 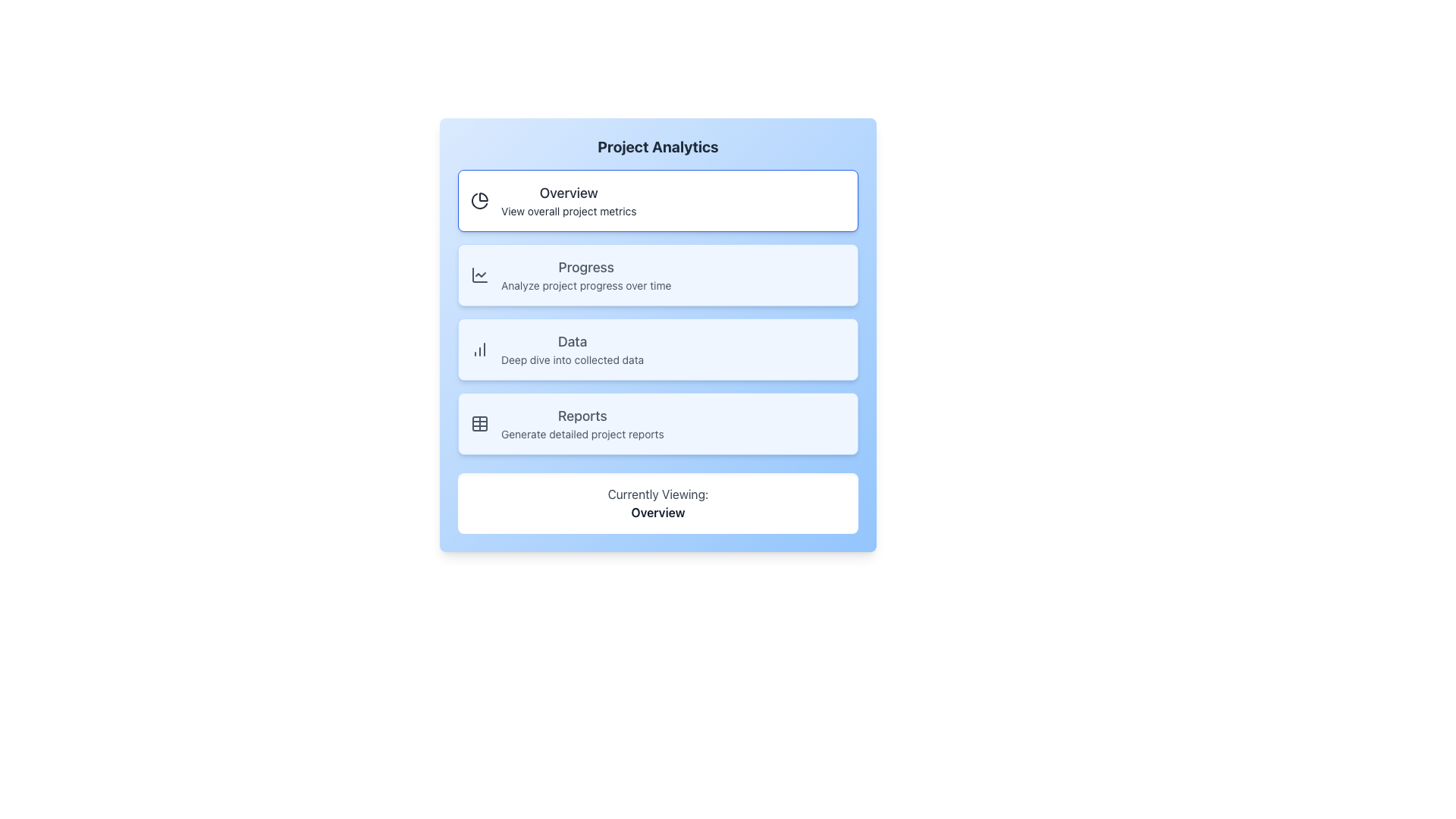 What do you see at coordinates (572, 342) in the screenshot?
I see `text label 'Data' which is styled with a larger font size and bold emphasis, located in the third option block of the navigation menu under 'Project Analytics'` at bounding box center [572, 342].